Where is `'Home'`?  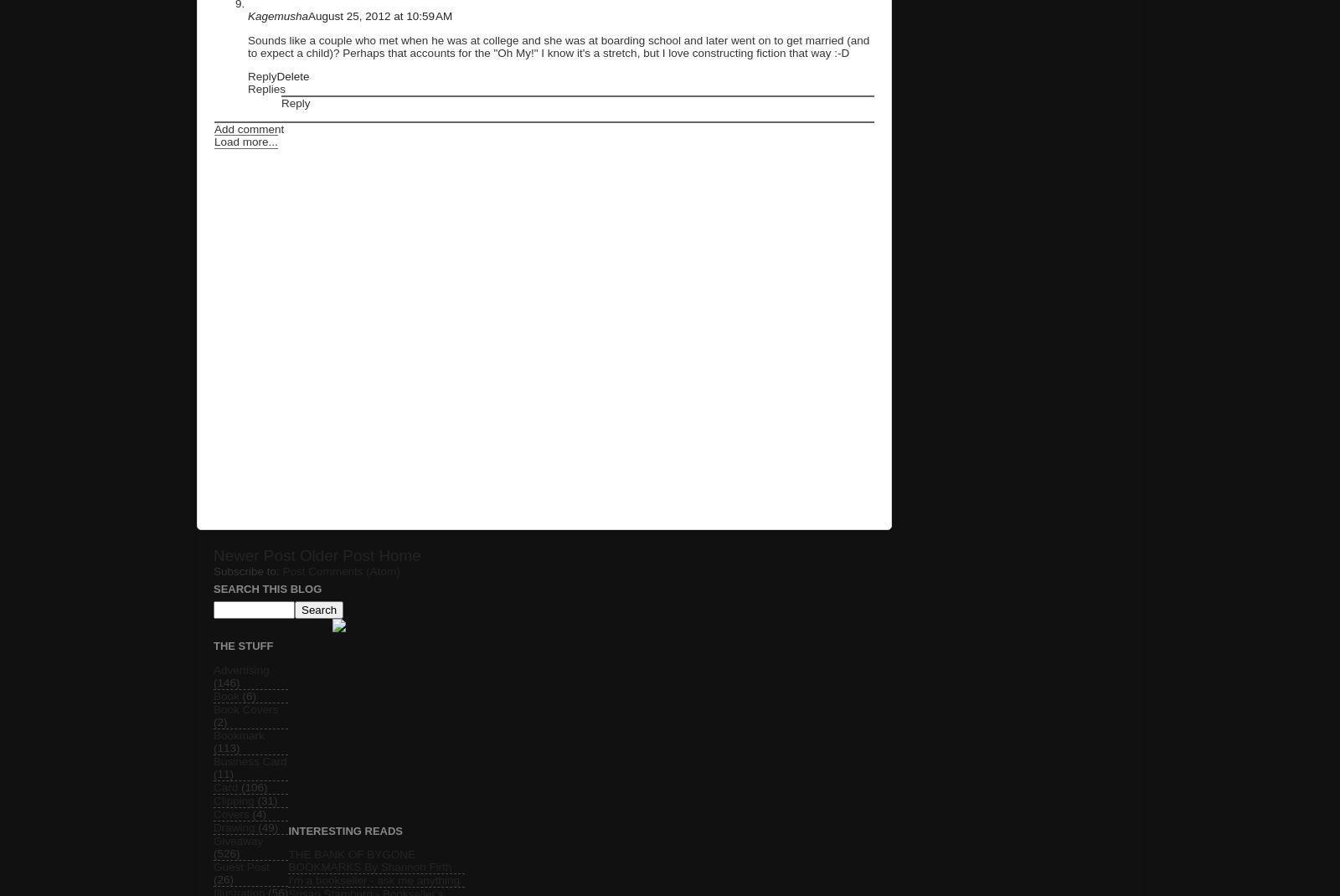 'Home' is located at coordinates (398, 554).